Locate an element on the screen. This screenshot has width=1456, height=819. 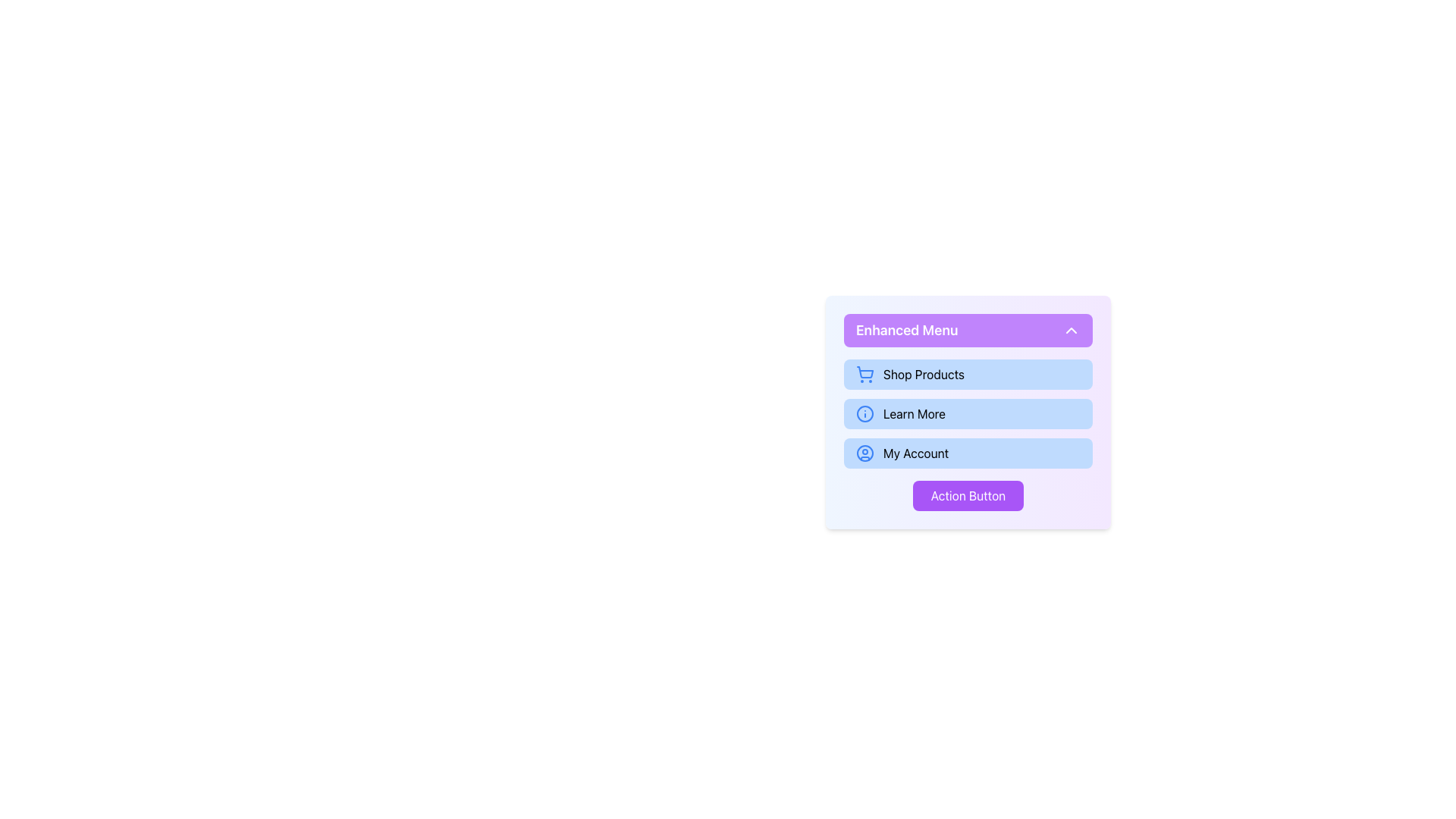
the circular user profile icon with a blue outline next to the text 'My Account' is located at coordinates (865, 452).